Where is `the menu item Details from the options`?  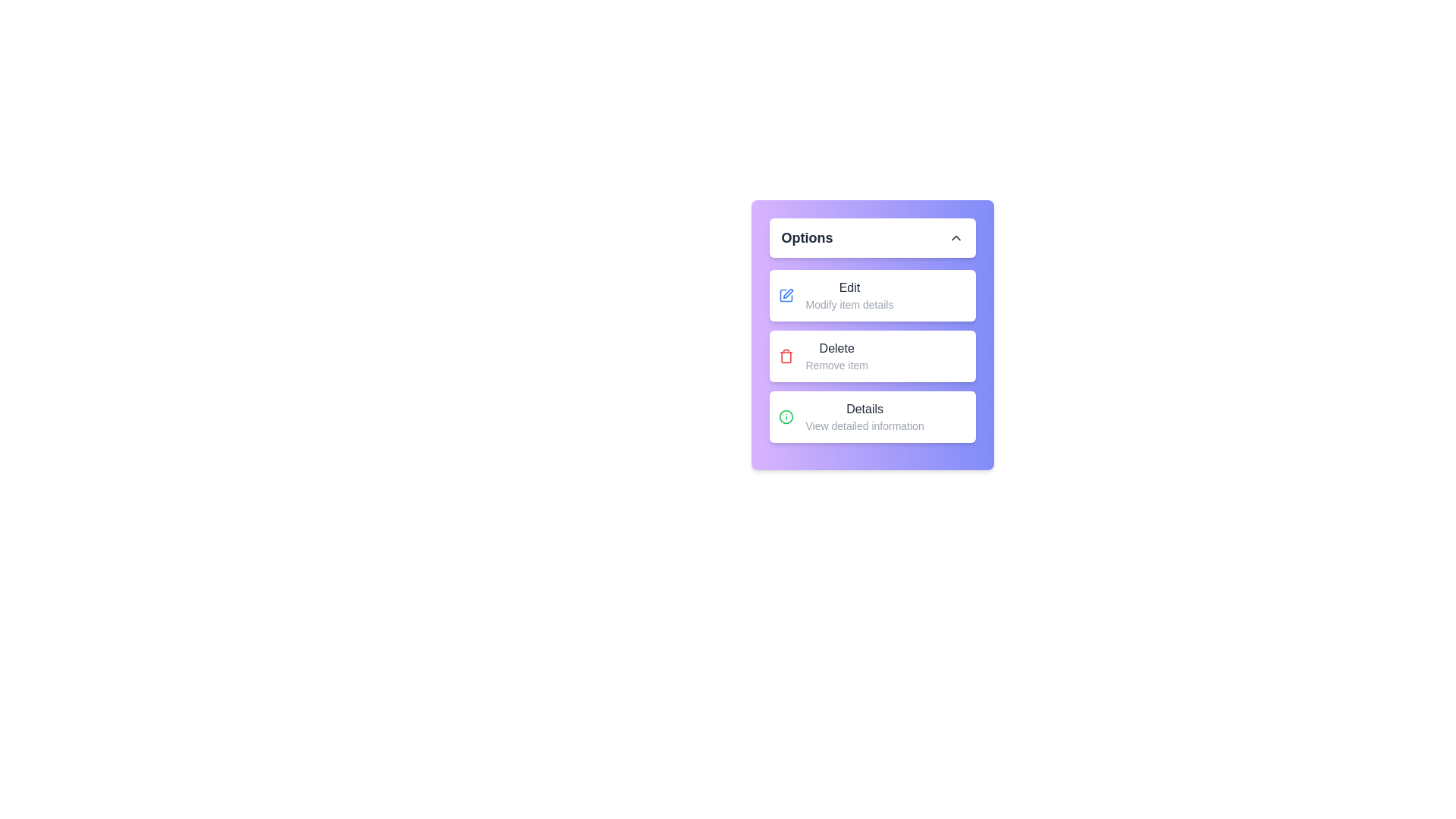
the menu item Details from the options is located at coordinates (872, 417).